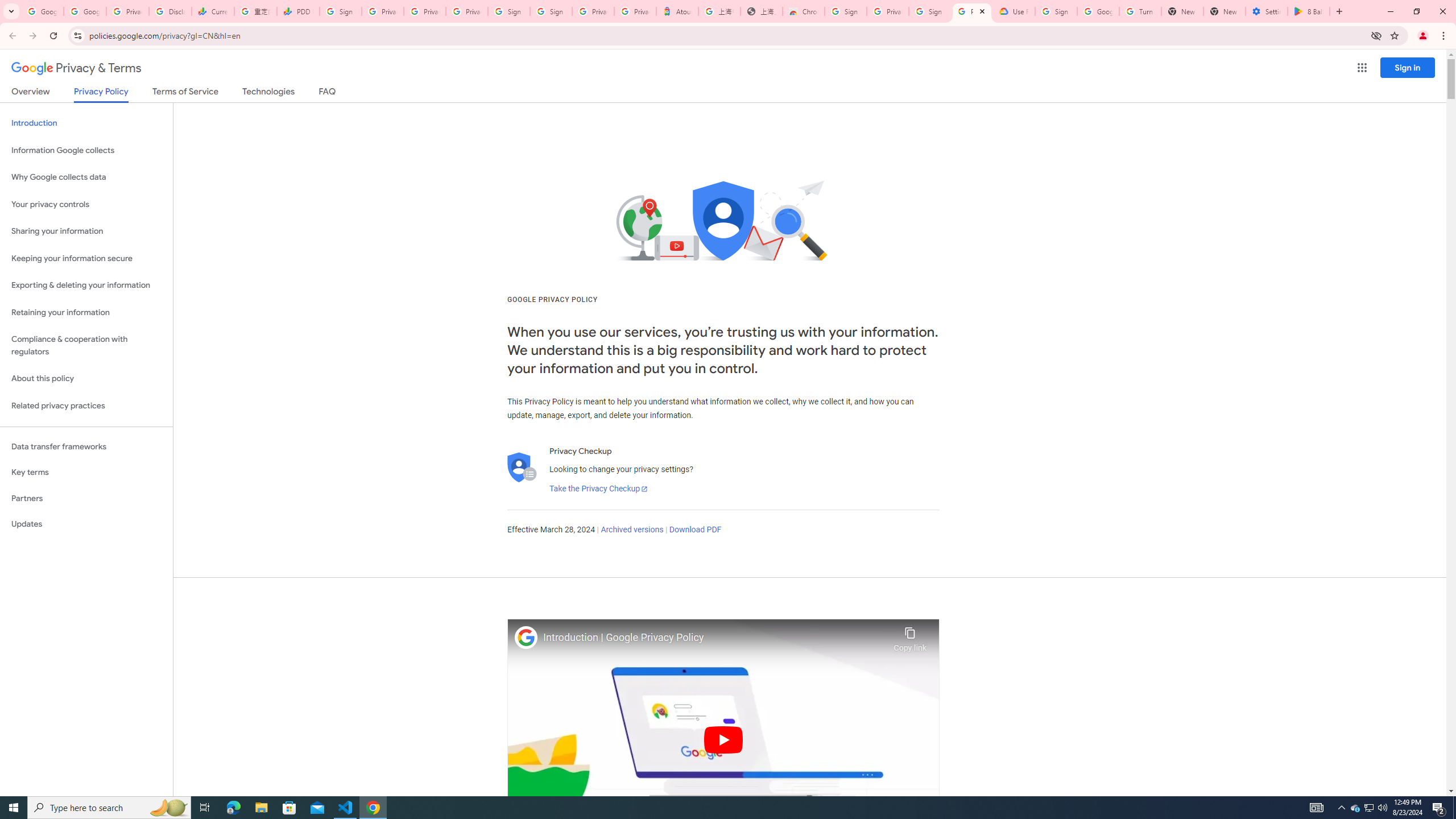 The width and height of the screenshot is (1456, 819). What do you see at coordinates (1224, 11) in the screenshot?
I see `'New Tab'` at bounding box center [1224, 11].